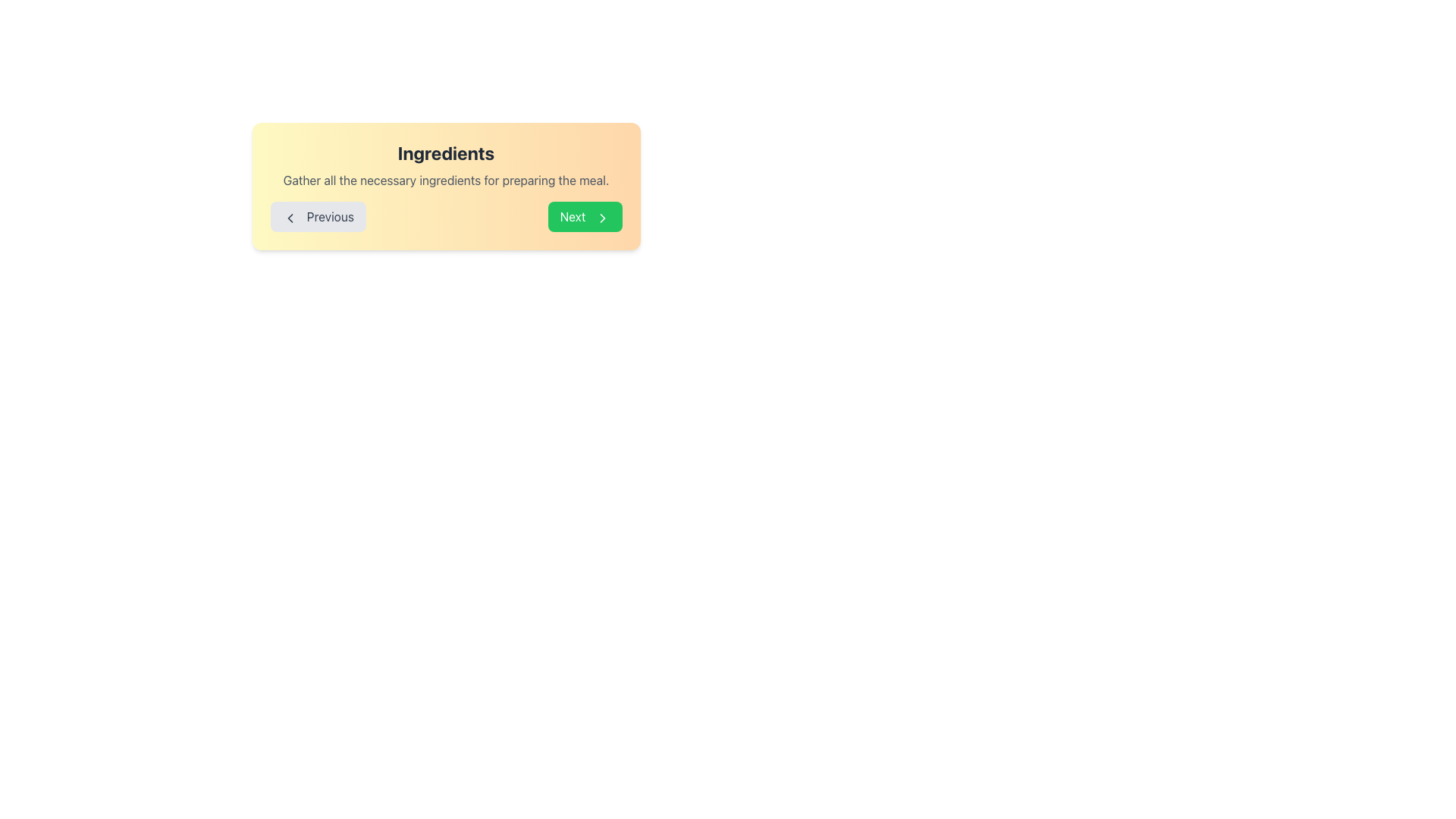  What do you see at coordinates (290, 218) in the screenshot?
I see `the chevron-shaped icon within the 'Previous' button` at bounding box center [290, 218].